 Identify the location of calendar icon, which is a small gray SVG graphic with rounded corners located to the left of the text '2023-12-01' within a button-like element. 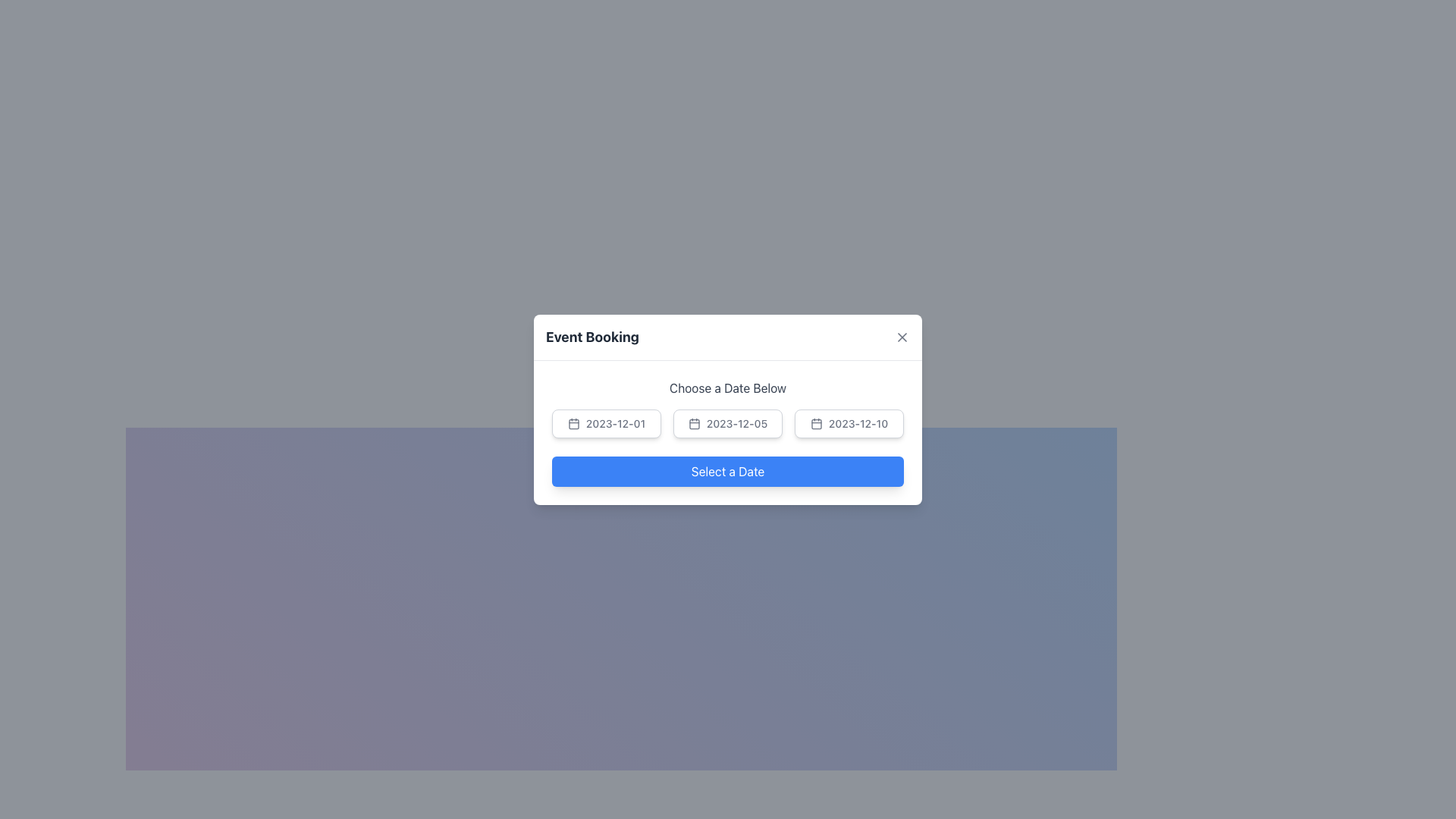
(573, 423).